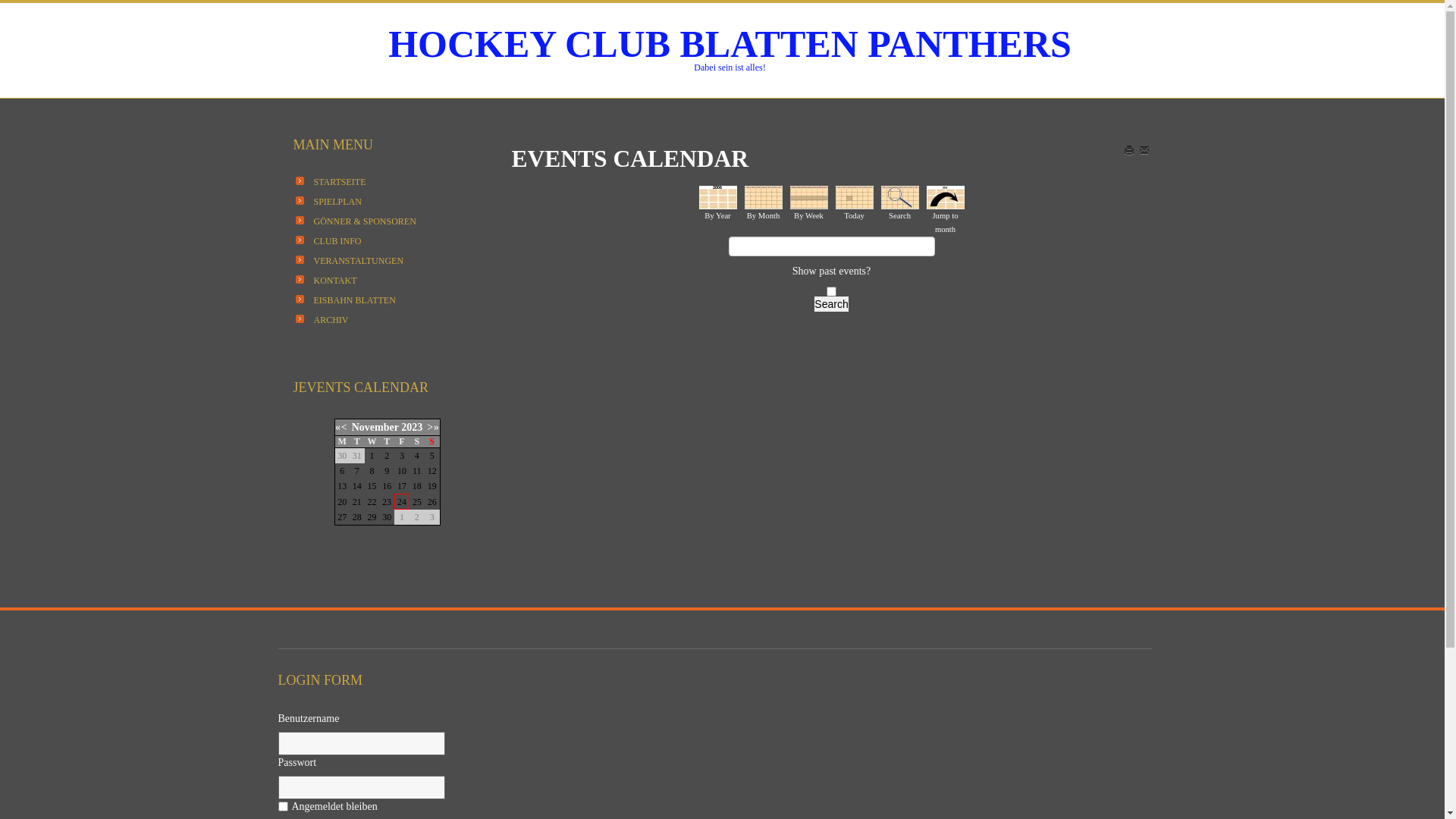  I want to click on '11', so click(412, 470).